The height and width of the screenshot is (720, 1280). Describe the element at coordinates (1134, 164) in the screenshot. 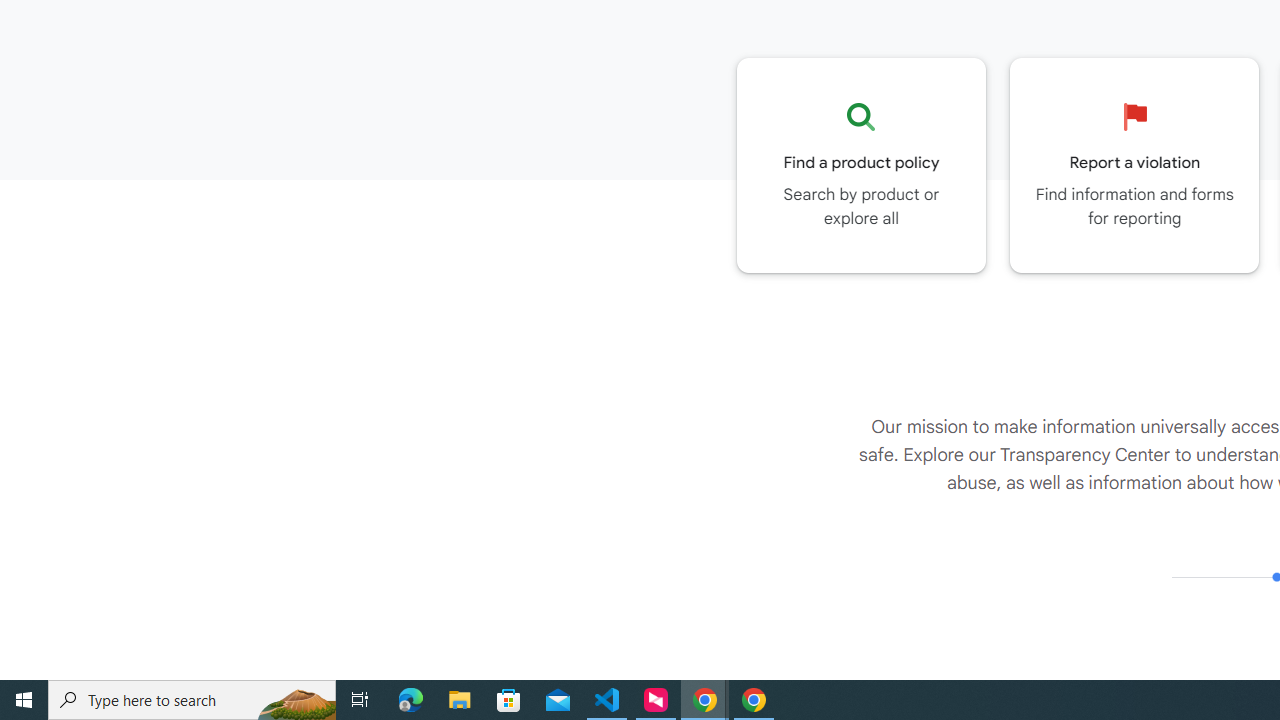

I see `'Go to the Reporting and appeals page'` at that location.